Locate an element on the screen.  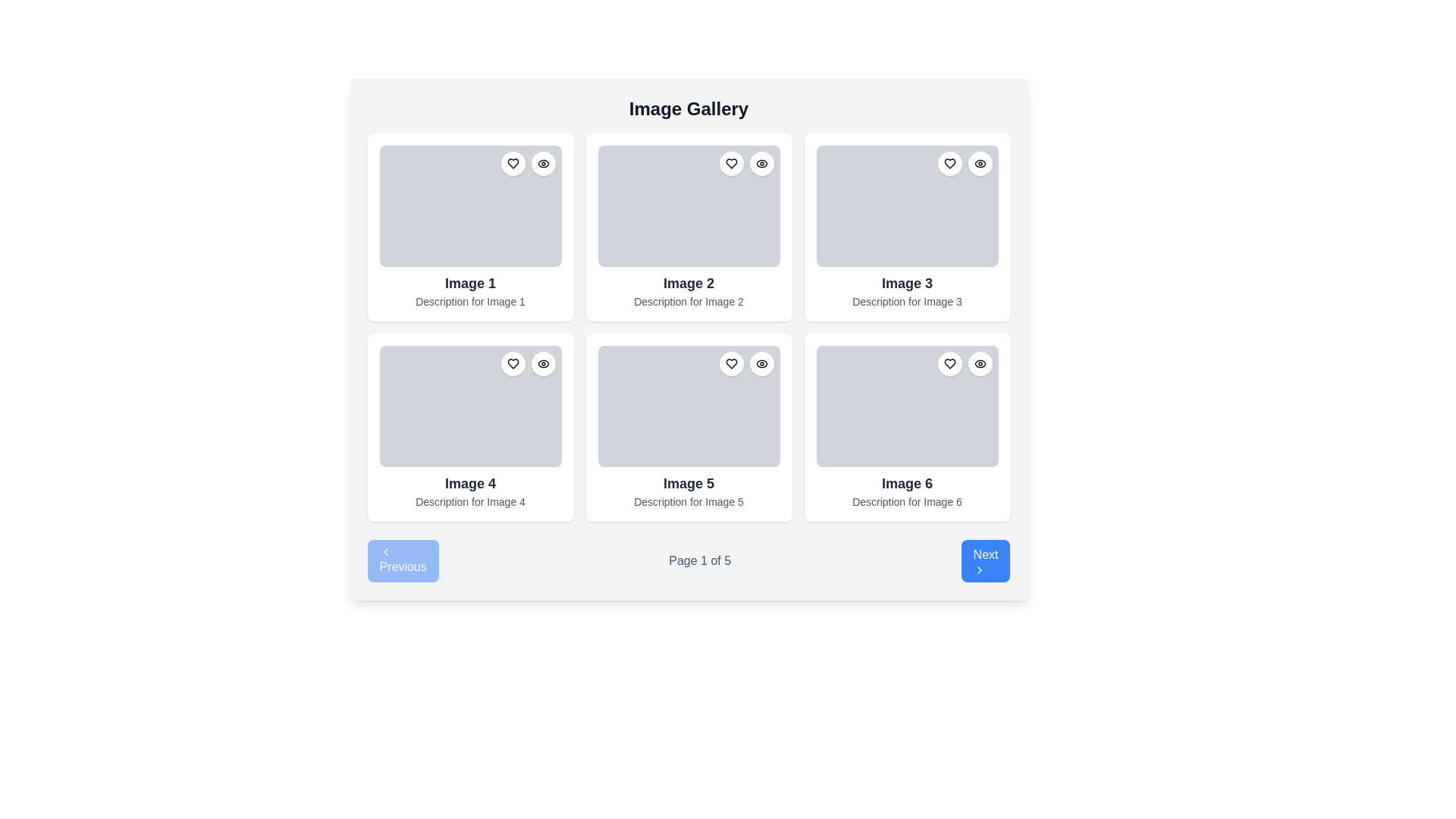
the heart-shaped icon located in the top-right corner of 'Image 6' is located at coordinates (949, 363).